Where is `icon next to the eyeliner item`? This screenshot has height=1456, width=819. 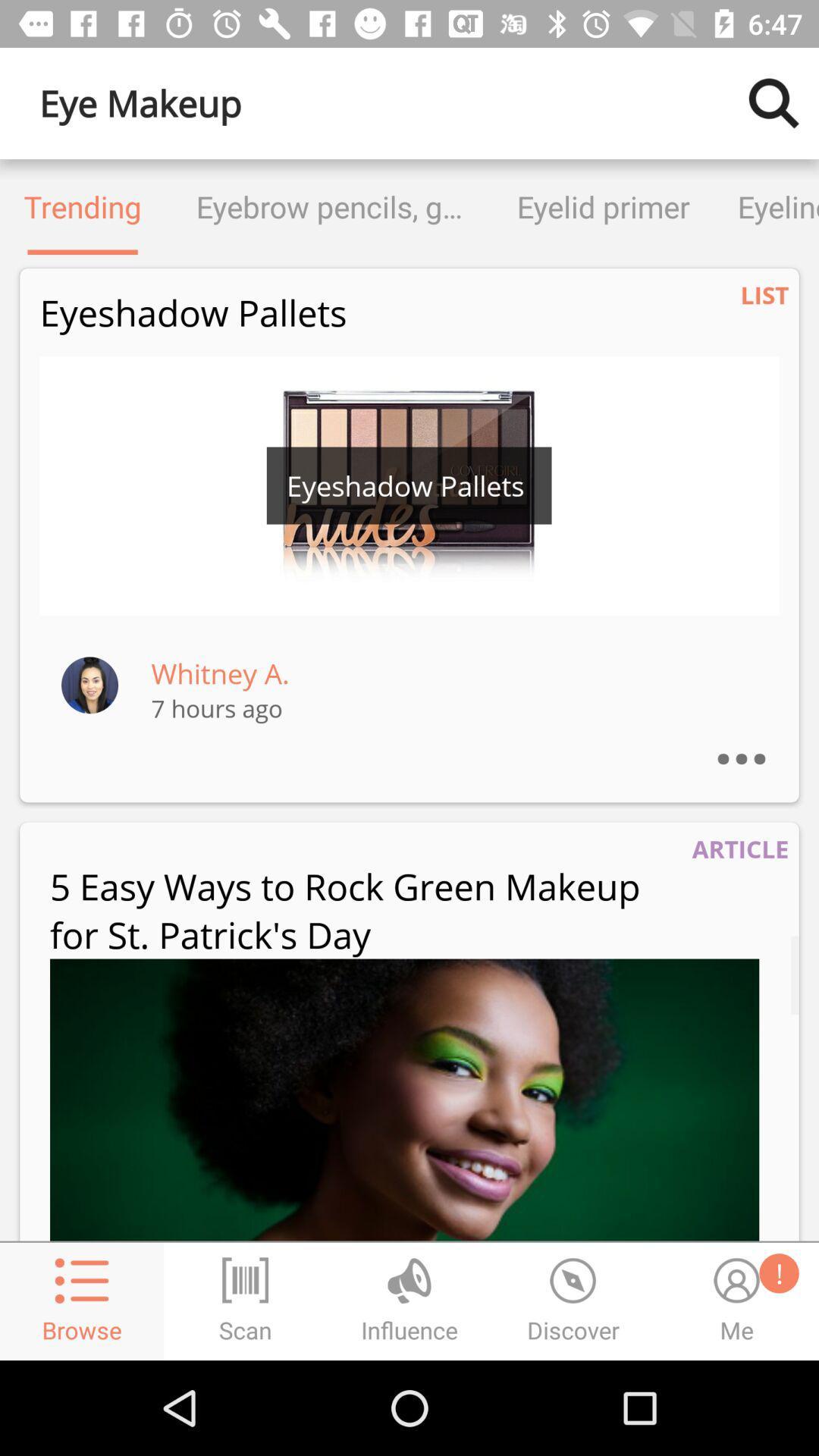
icon next to the eyeliner item is located at coordinates (602, 206).